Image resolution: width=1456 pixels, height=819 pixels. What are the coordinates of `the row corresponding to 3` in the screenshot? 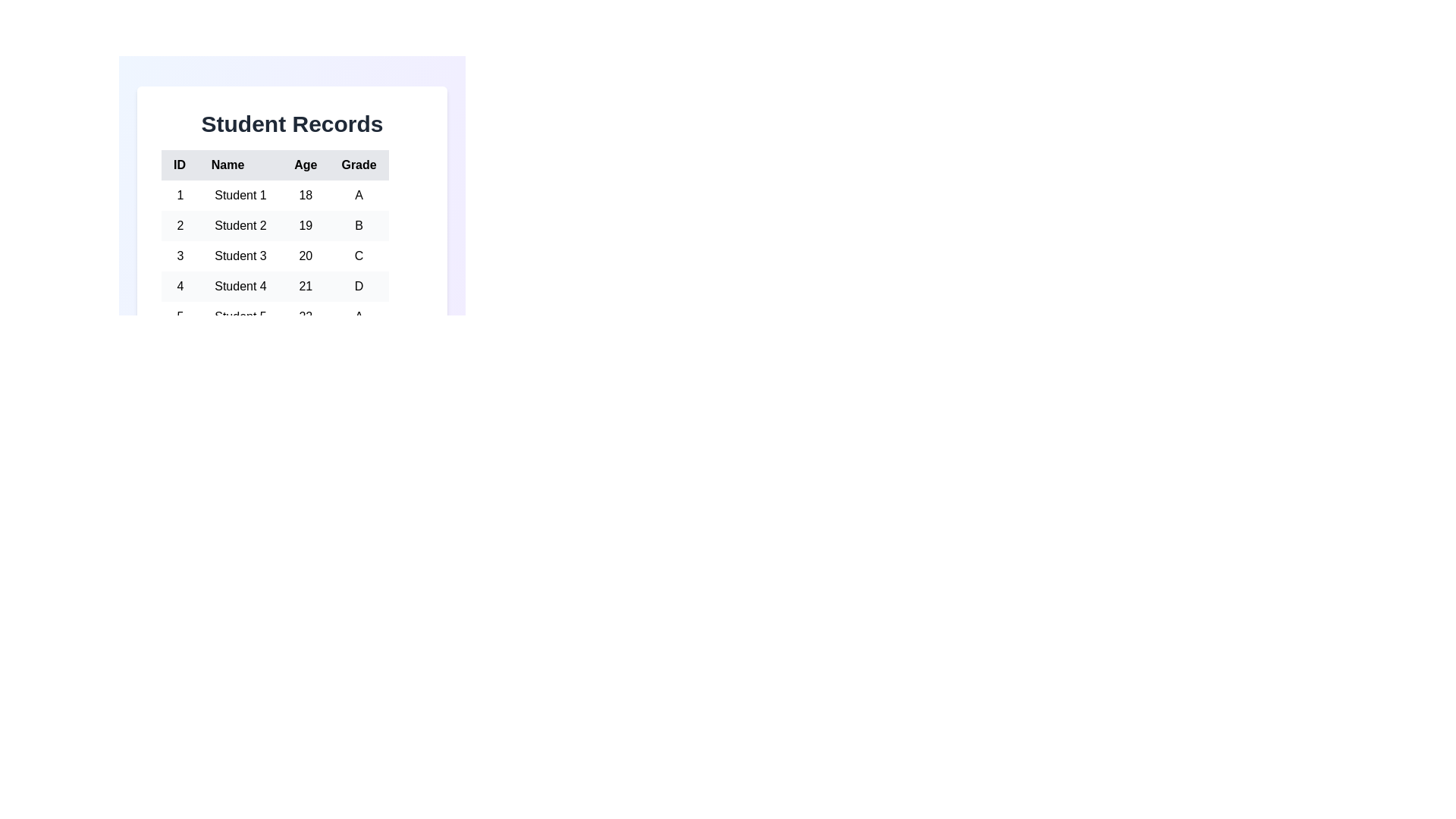 It's located at (275, 256).